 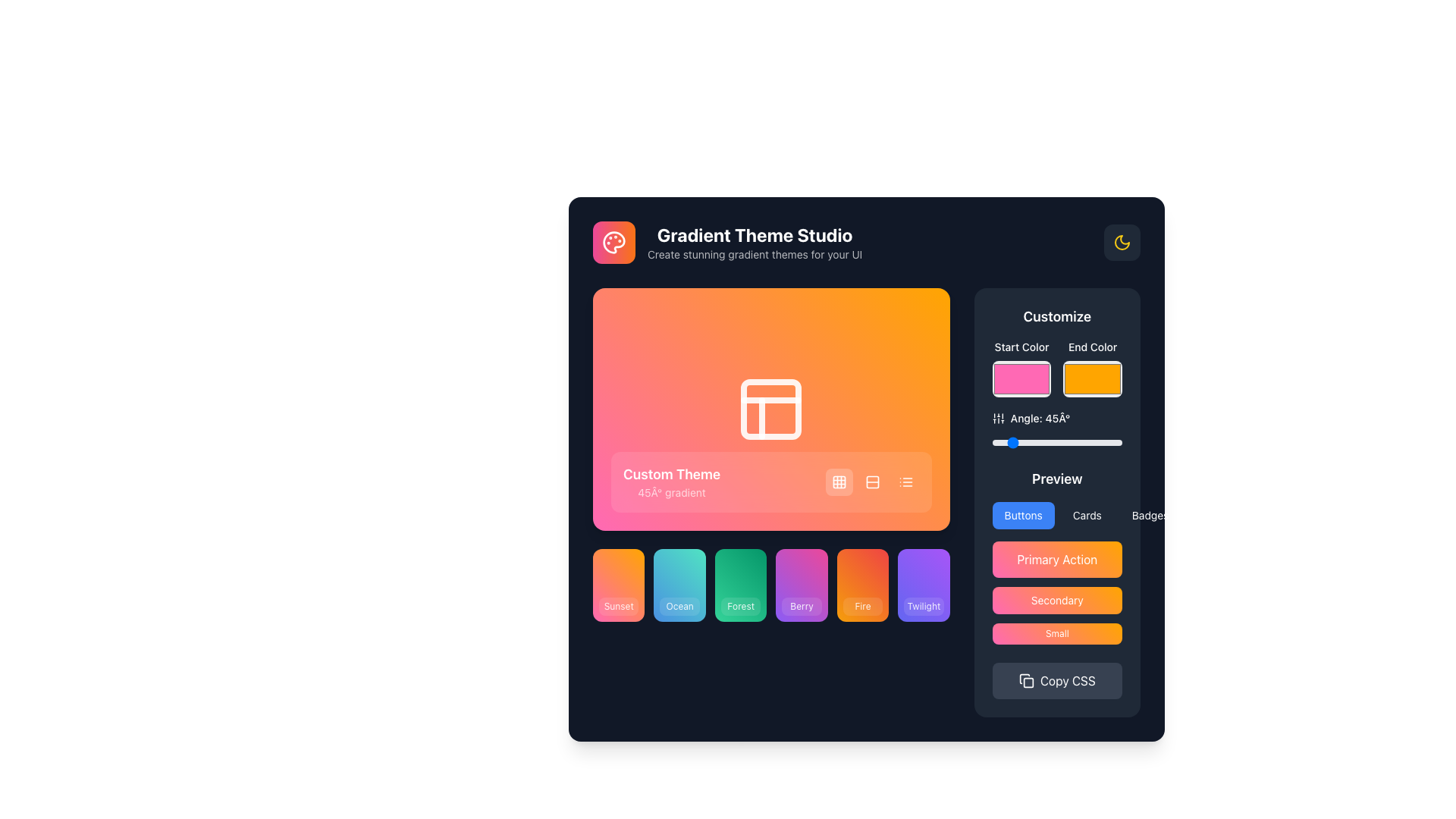 I want to click on angle, so click(x=1069, y=442).